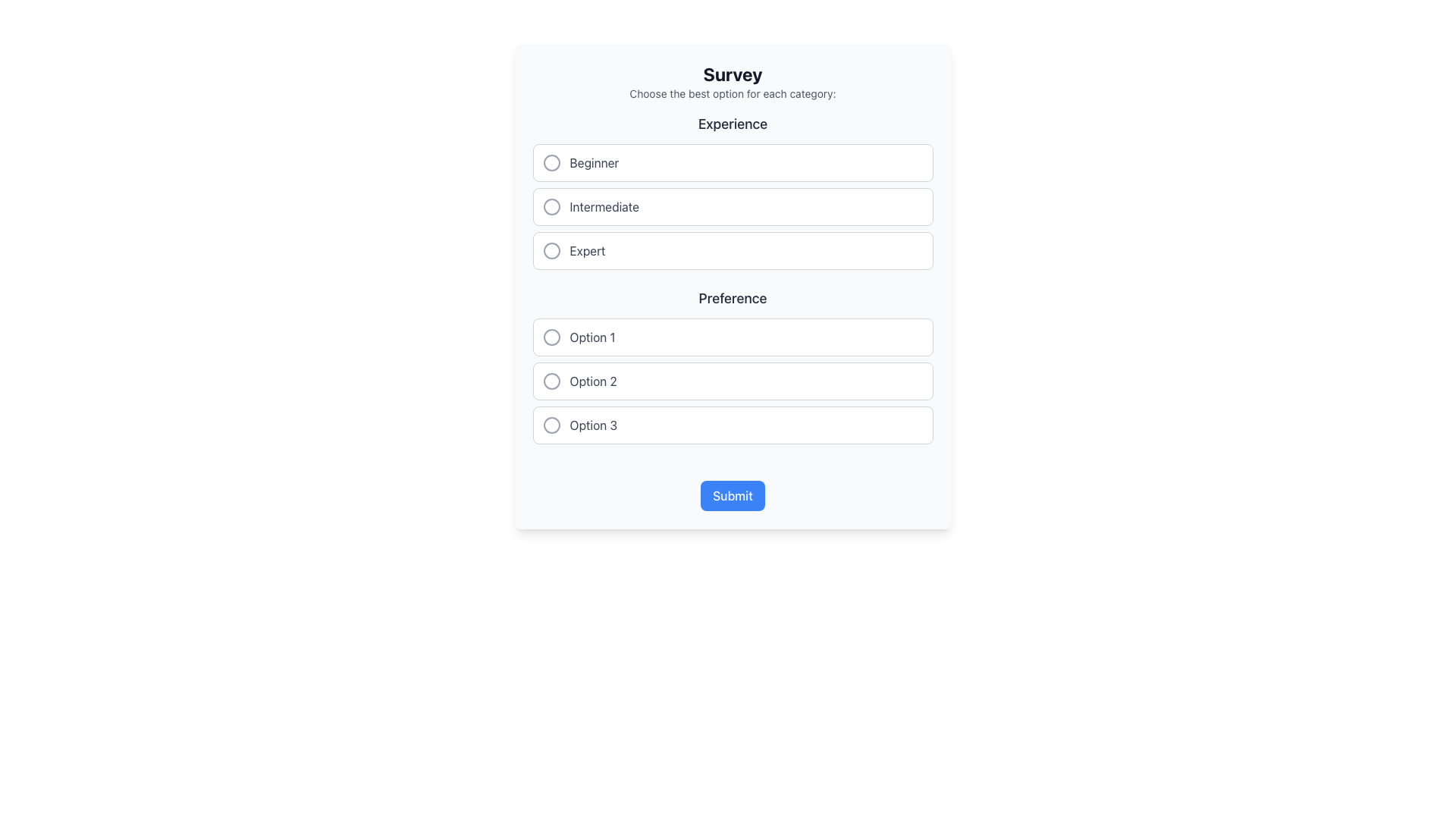  What do you see at coordinates (604, 207) in the screenshot?
I see `the text label displaying 'Intermediate' in the 'Experience' section of the selectable options, which is styled in gray and positioned next to an empty circular icon` at bounding box center [604, 207].